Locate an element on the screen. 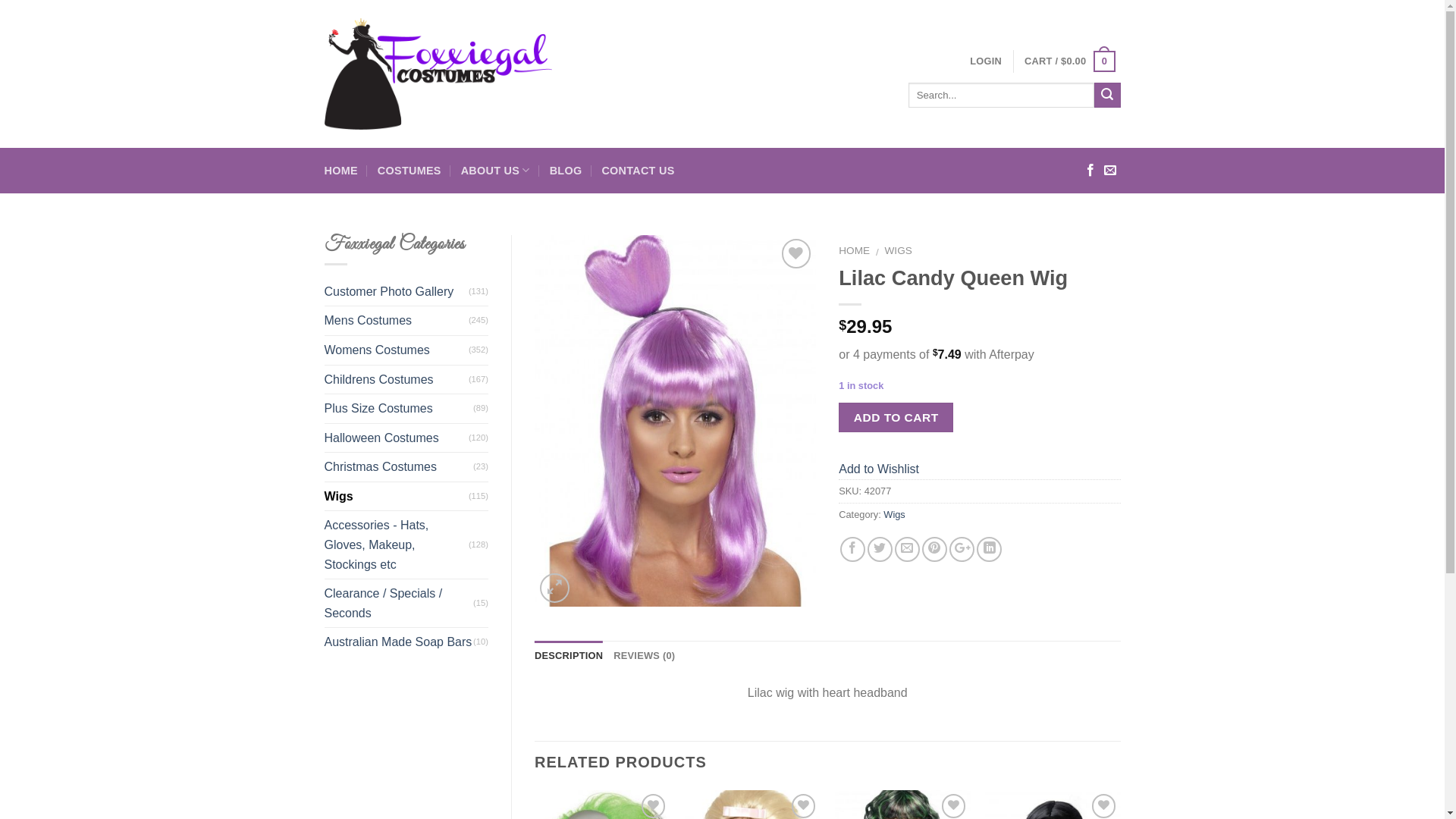 Image resolution: width=1456 pixels, height=819 pixels. 'ADD TO CART' is located at coordinates (896, 417).